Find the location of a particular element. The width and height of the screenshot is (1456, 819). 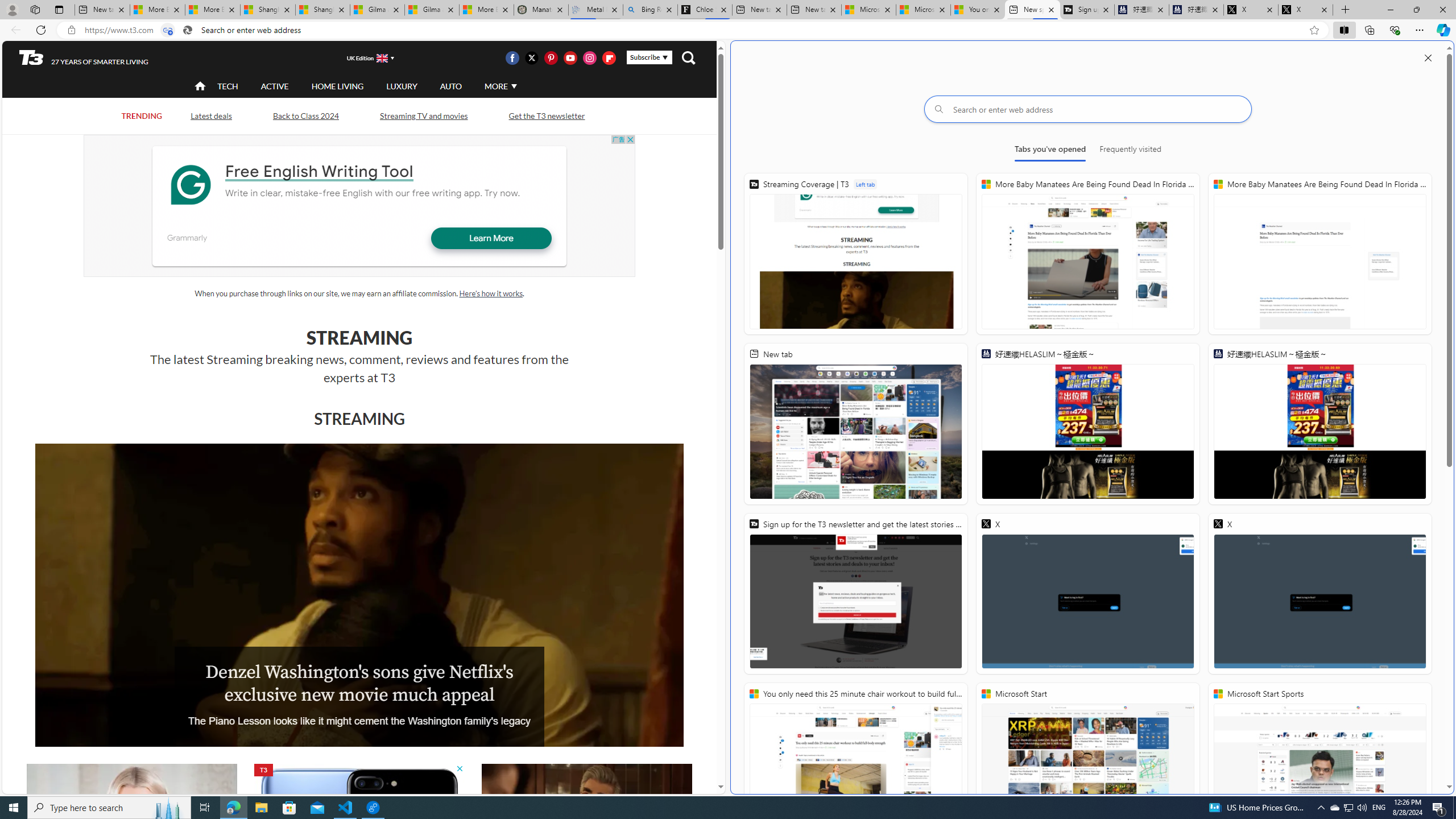

'Tabs in split screen' is located at coordinates (167, 30).